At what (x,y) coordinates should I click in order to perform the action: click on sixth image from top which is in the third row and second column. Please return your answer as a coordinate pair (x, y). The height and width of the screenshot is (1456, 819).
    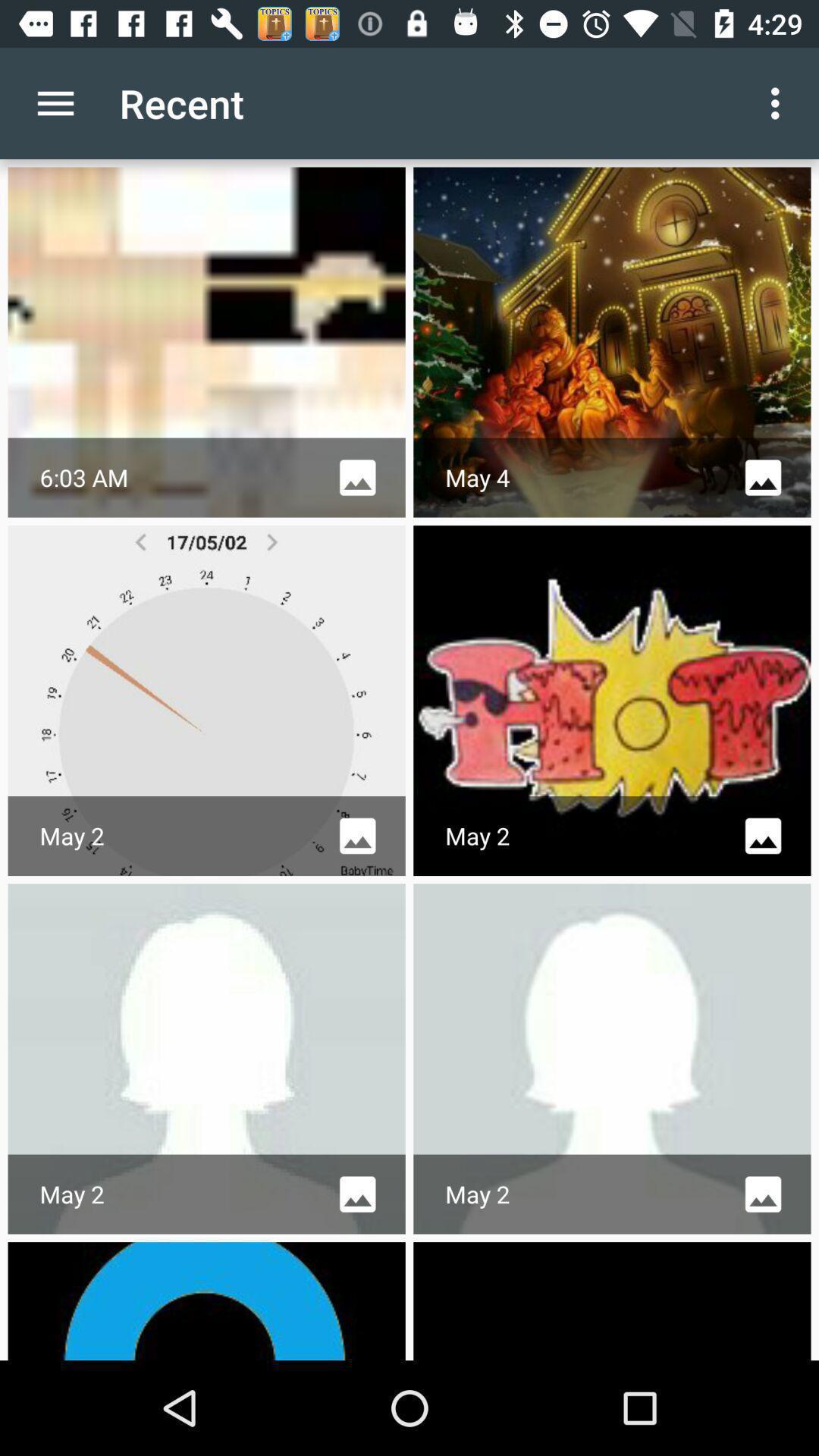
    Looking at the image, I should click on (611, 1058).